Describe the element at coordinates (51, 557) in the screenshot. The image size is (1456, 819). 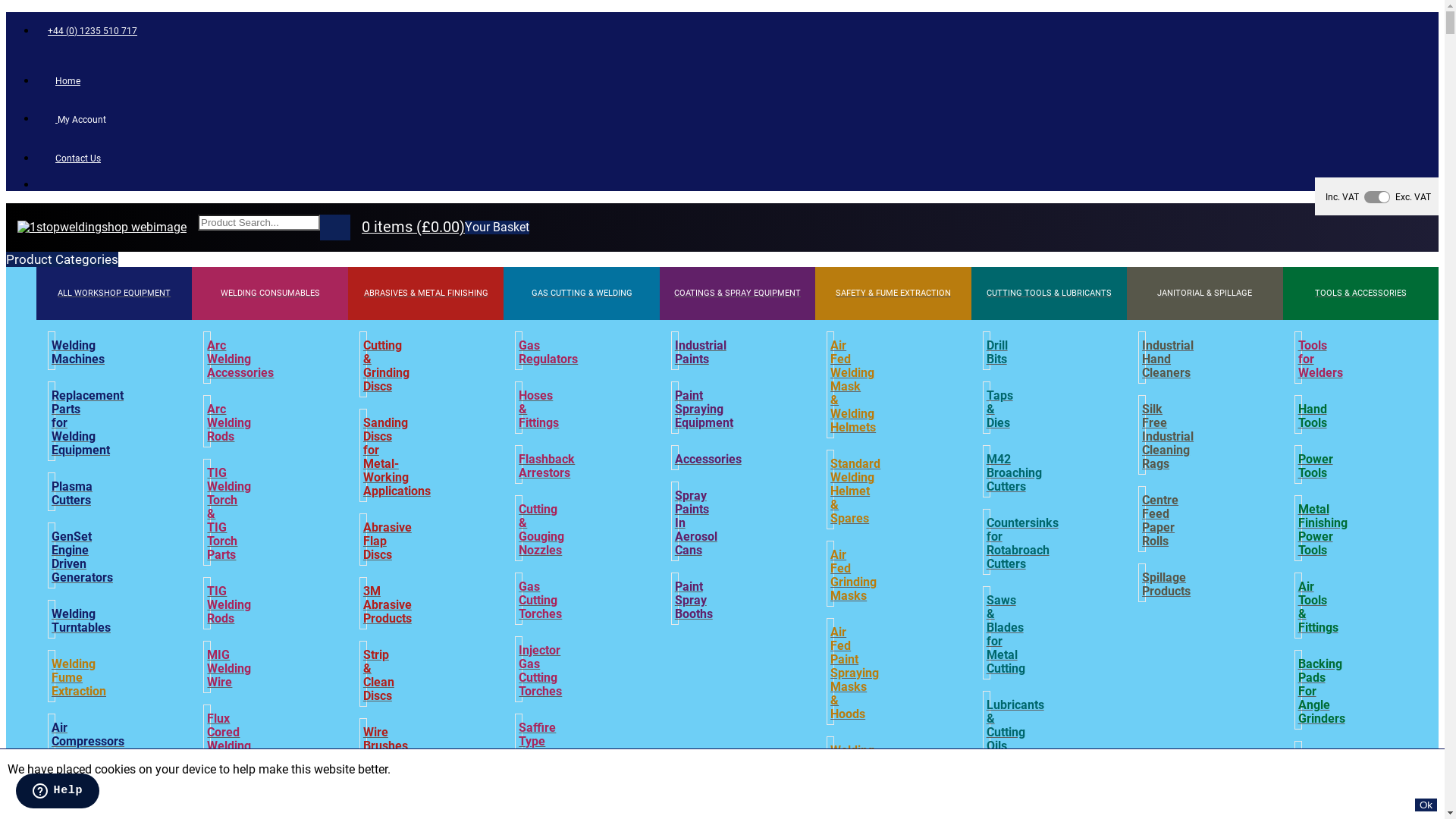
I see `'GenSet Engine Driven Generators'` at that location.